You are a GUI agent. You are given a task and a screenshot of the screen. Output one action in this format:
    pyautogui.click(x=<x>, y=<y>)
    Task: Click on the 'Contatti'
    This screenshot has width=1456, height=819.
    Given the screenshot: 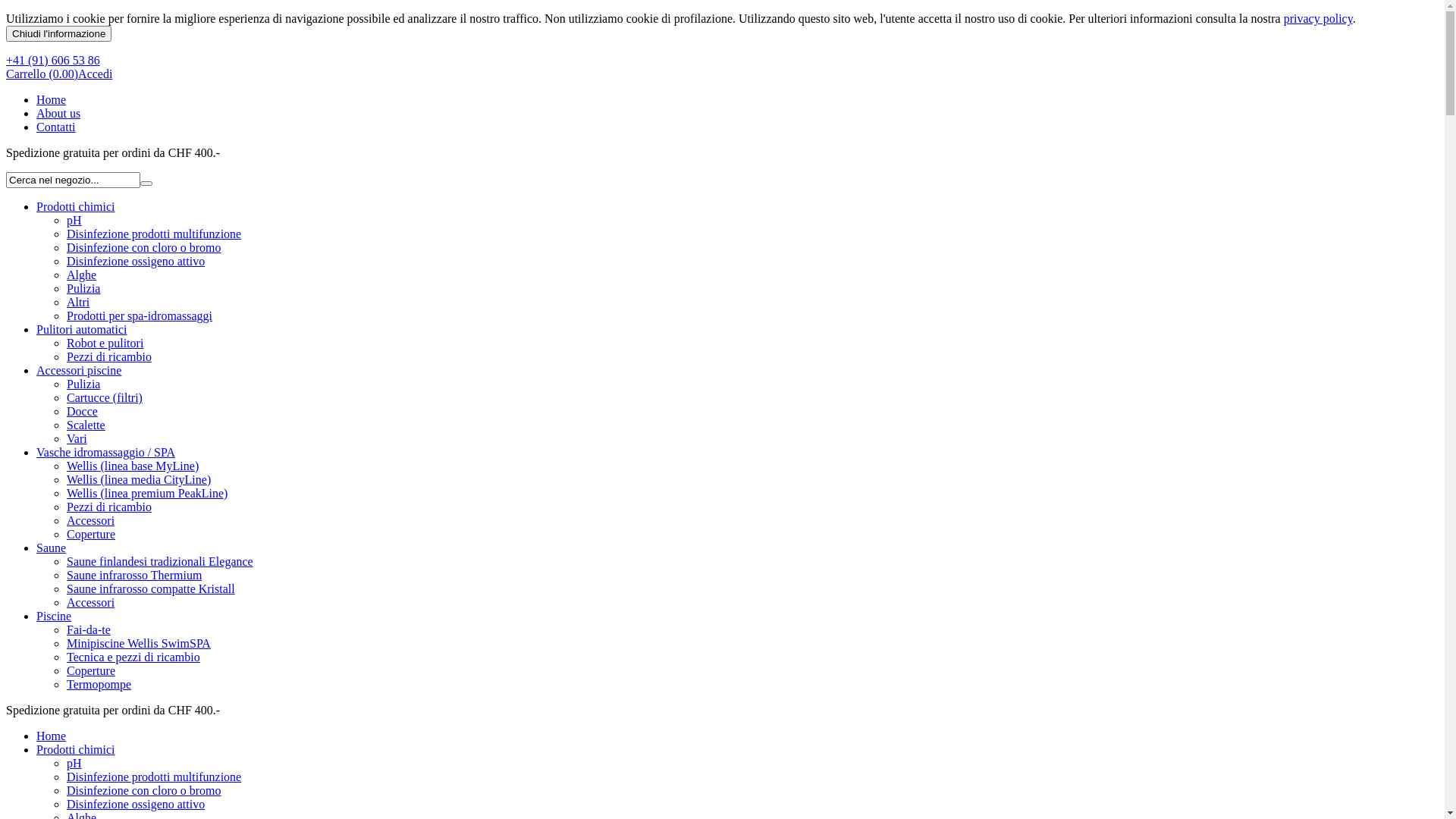 What is the action you would take?
    pyautogui.click(x=55, y=126)
    